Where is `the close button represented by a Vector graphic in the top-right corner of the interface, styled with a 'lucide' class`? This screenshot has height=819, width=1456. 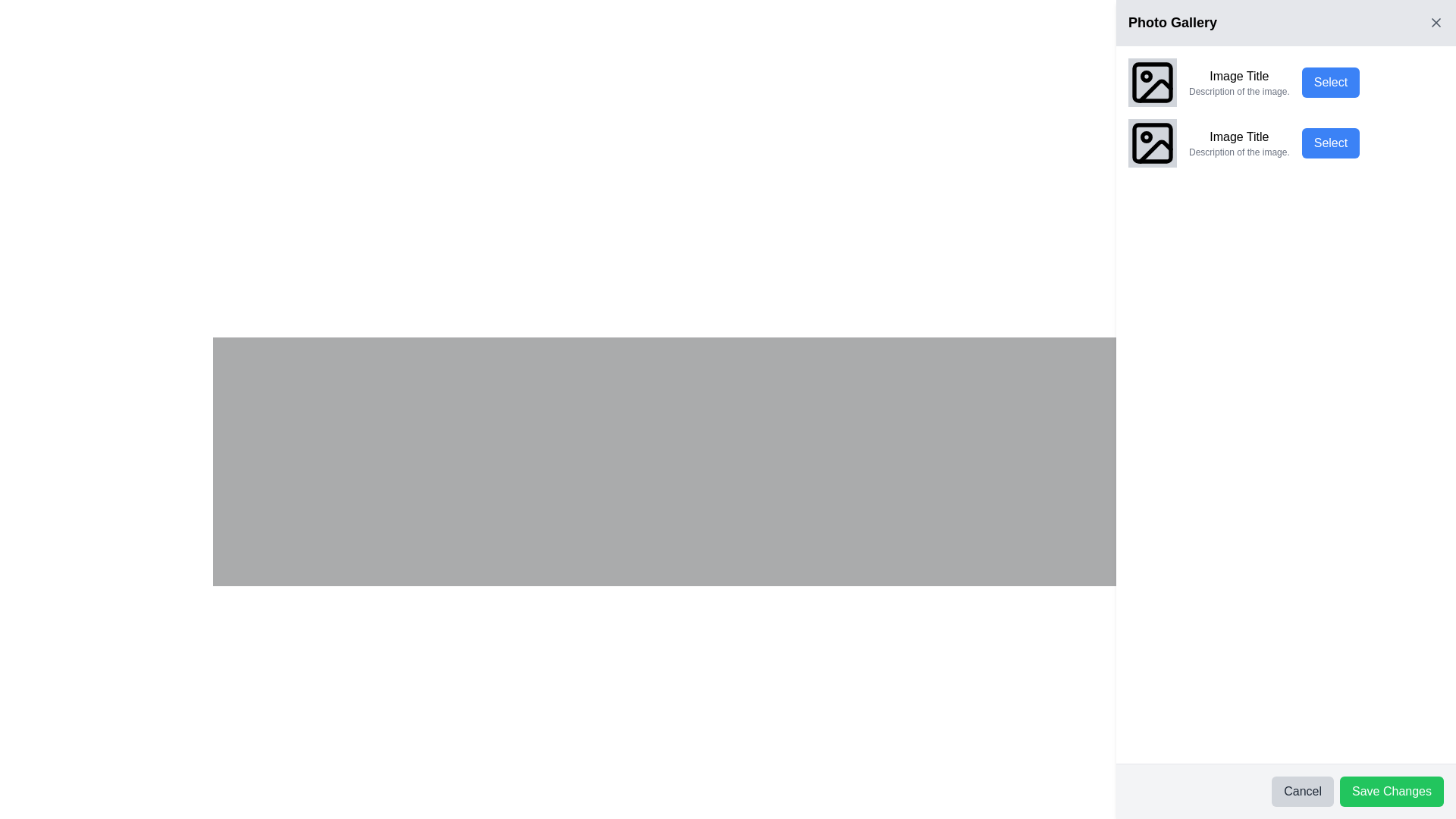 the close button represented by a Vector graphic in the top-right corner of the interface, styled with a 'lucide' class is located at coordinates (1436, 23).